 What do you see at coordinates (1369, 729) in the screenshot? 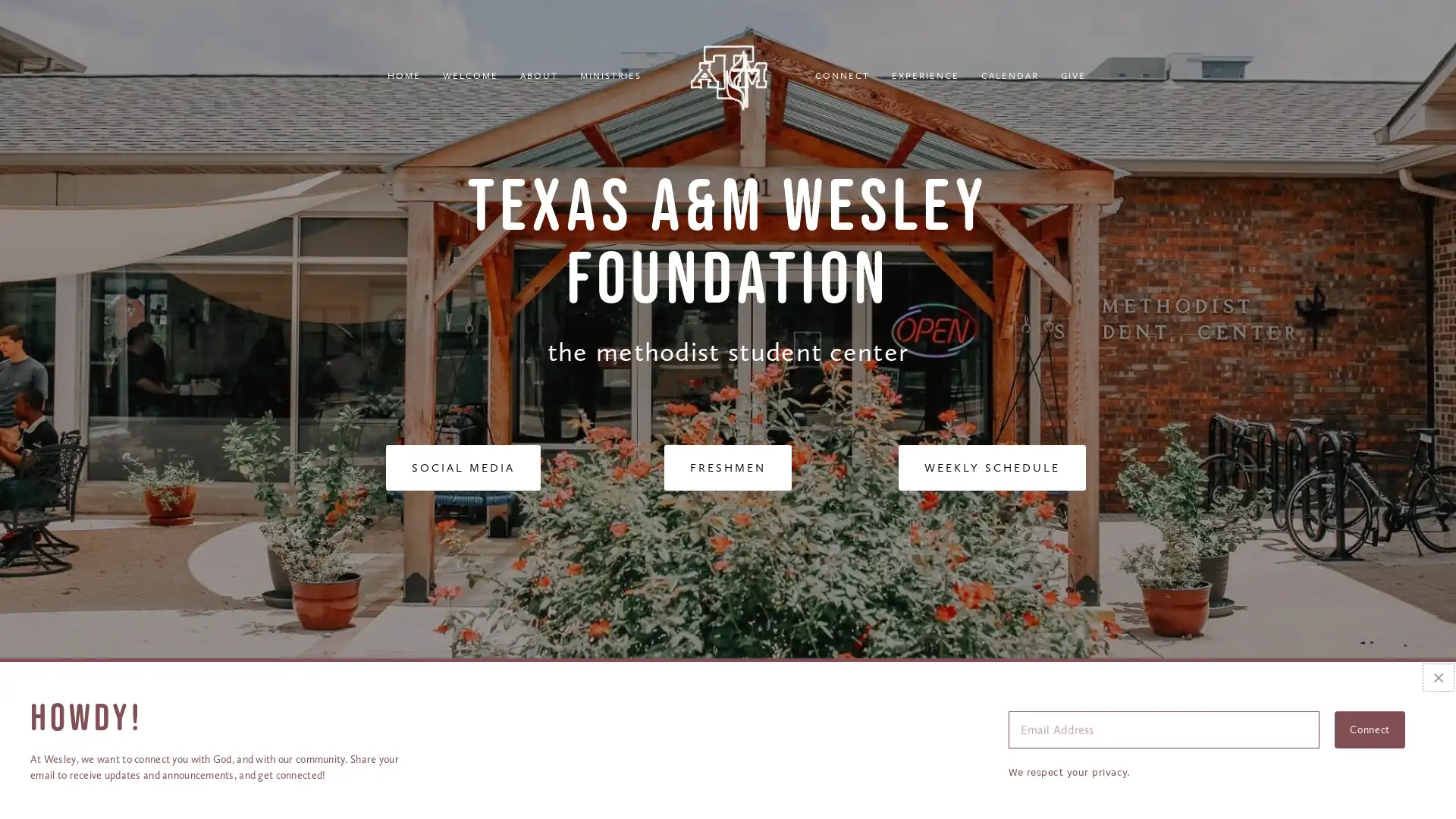
I see `Connect` at bounding box center [1369, 729].